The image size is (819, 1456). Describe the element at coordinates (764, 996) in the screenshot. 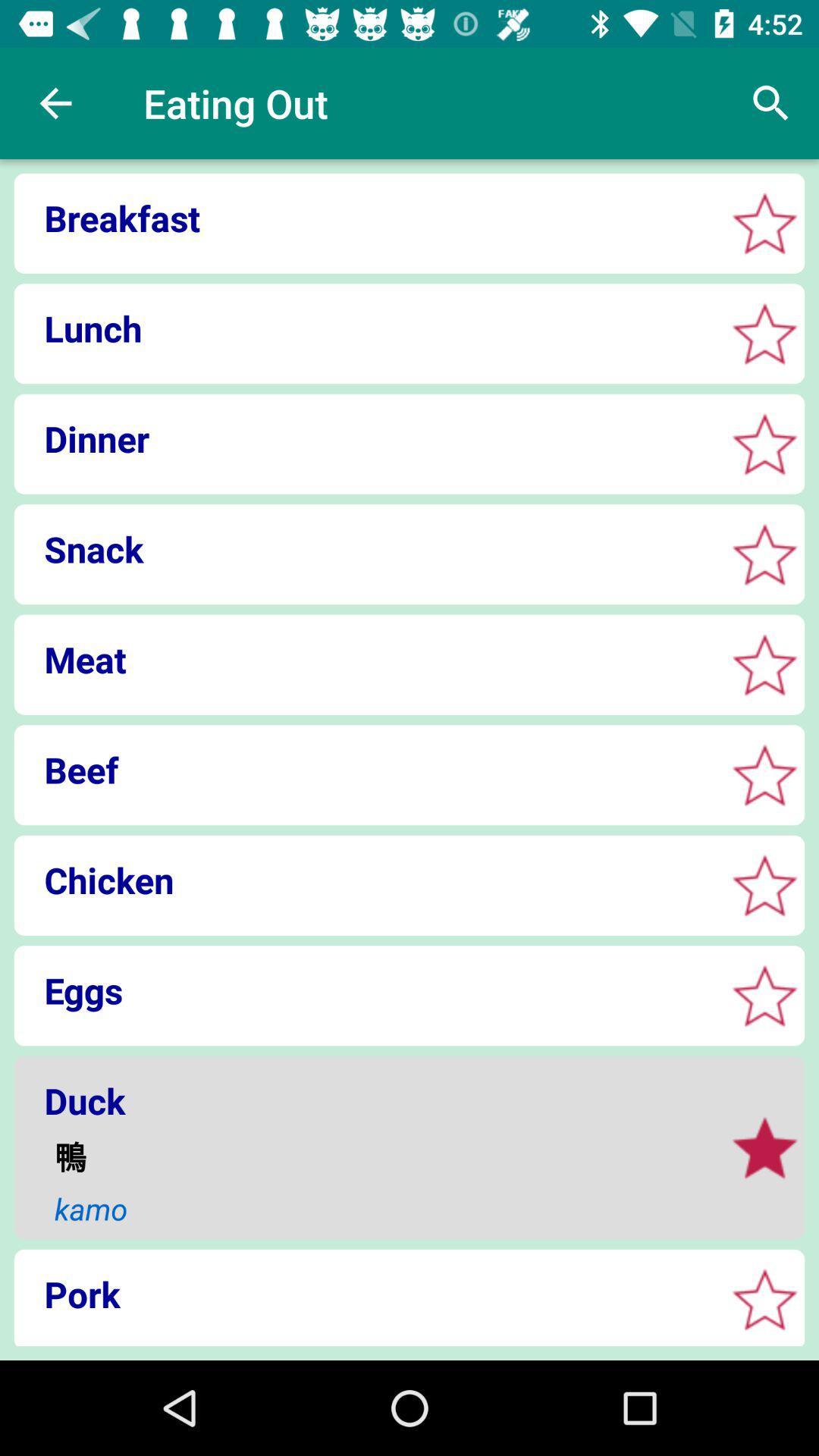

I see `eggs` at that location.